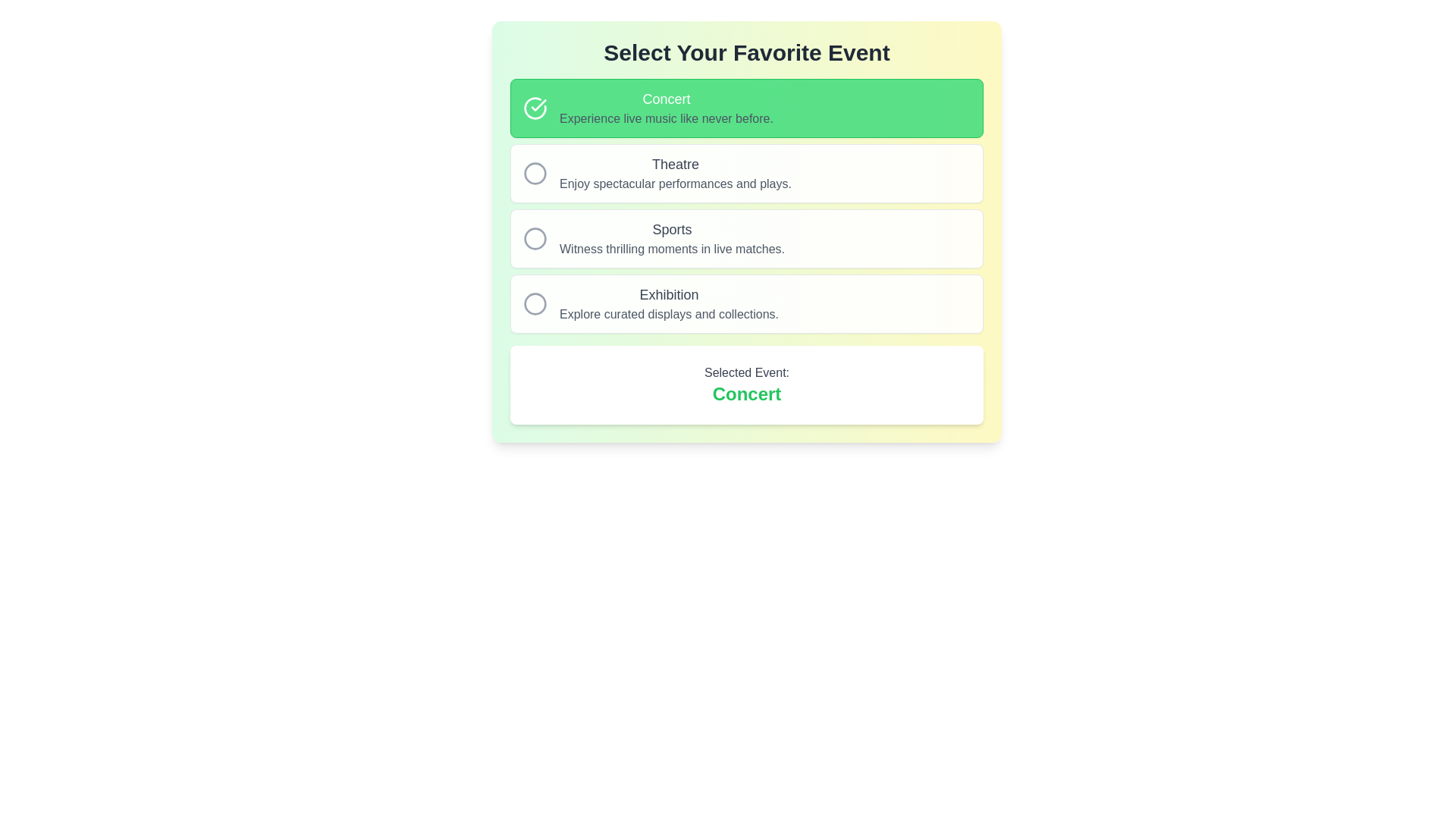  What do you see at coordinates (535, 172) in the screenshot?
I see `the circular radio button` at bounding box center [535, 172].